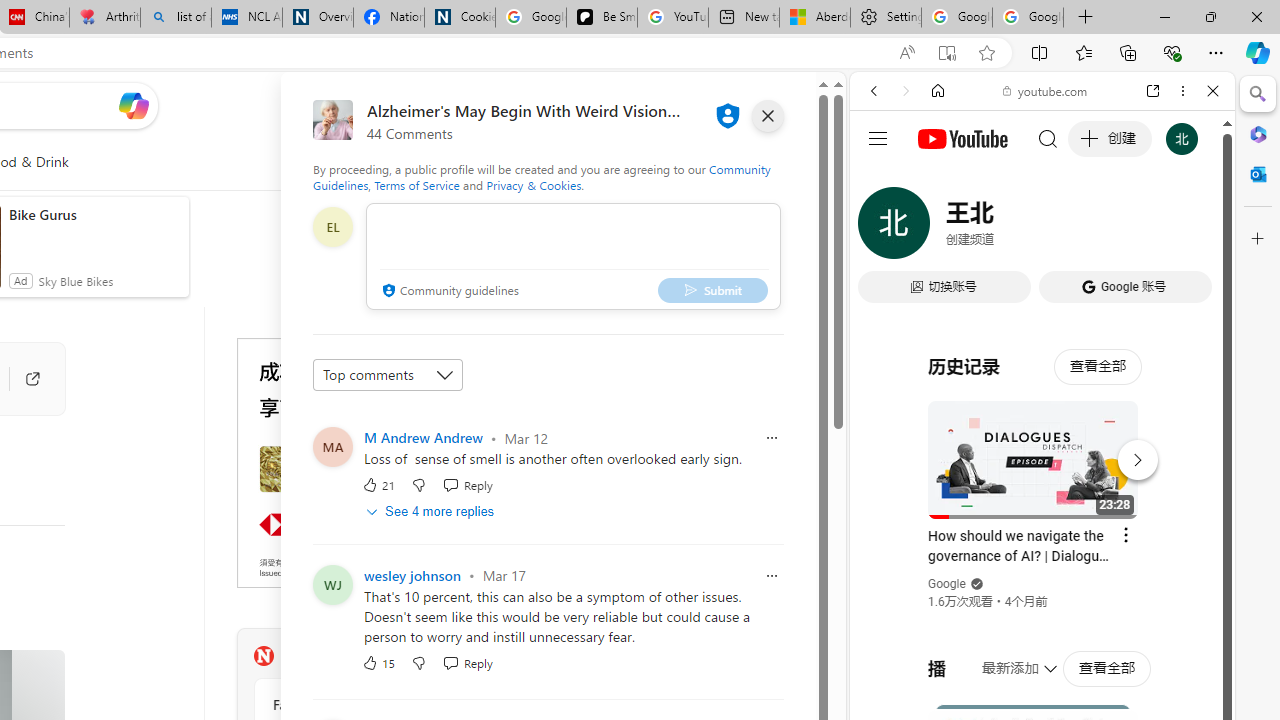  I want to click on 'youtube.com', so click(1045, 91).